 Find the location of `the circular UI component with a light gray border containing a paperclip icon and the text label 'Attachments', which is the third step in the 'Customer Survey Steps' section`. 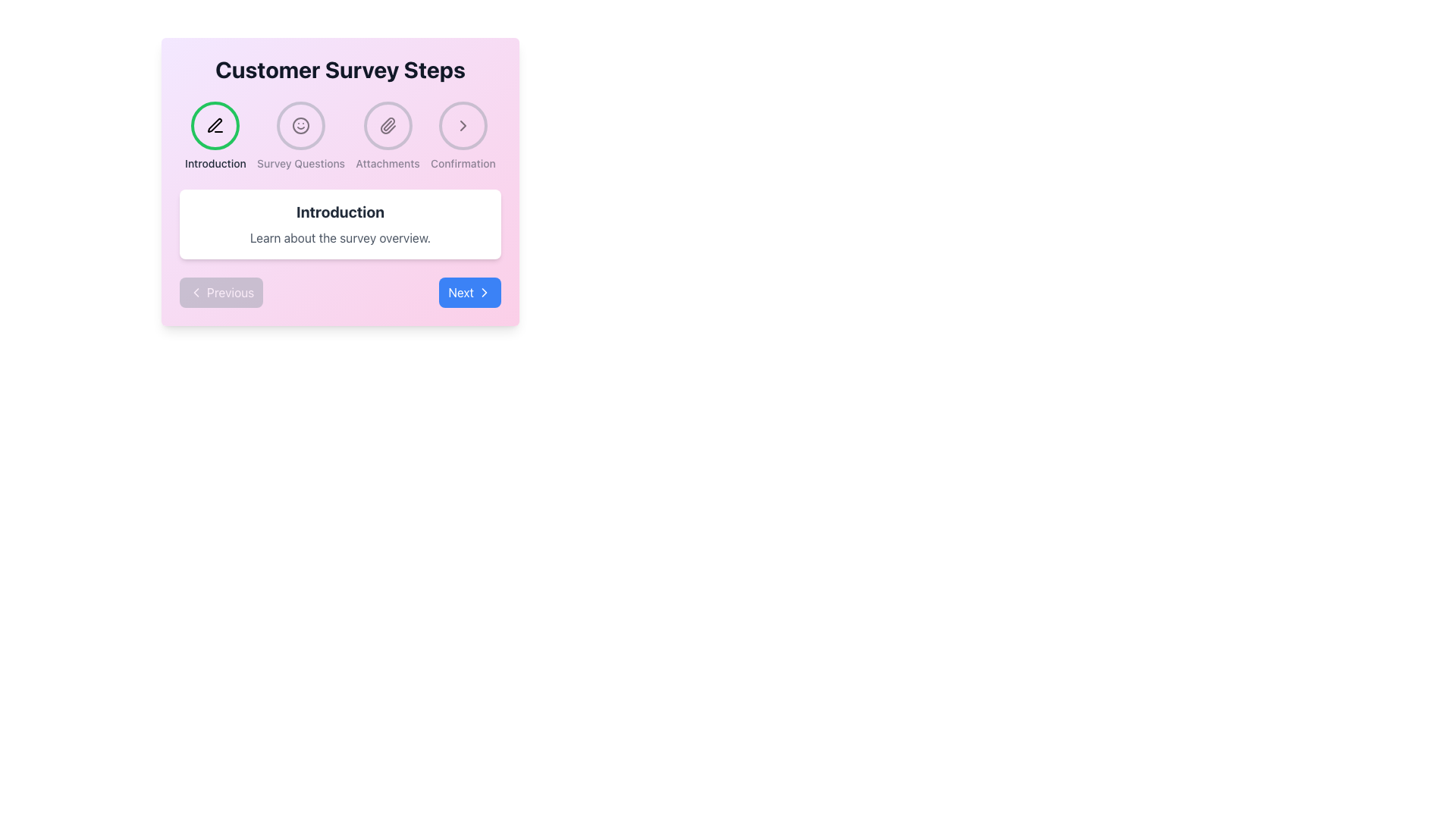

the circular UI component with a light gray border containing a paperclip icon and the text label 'Attachments', which is the third step in the 'Customer Survey Steps' section is located at coordinates (388, 136).